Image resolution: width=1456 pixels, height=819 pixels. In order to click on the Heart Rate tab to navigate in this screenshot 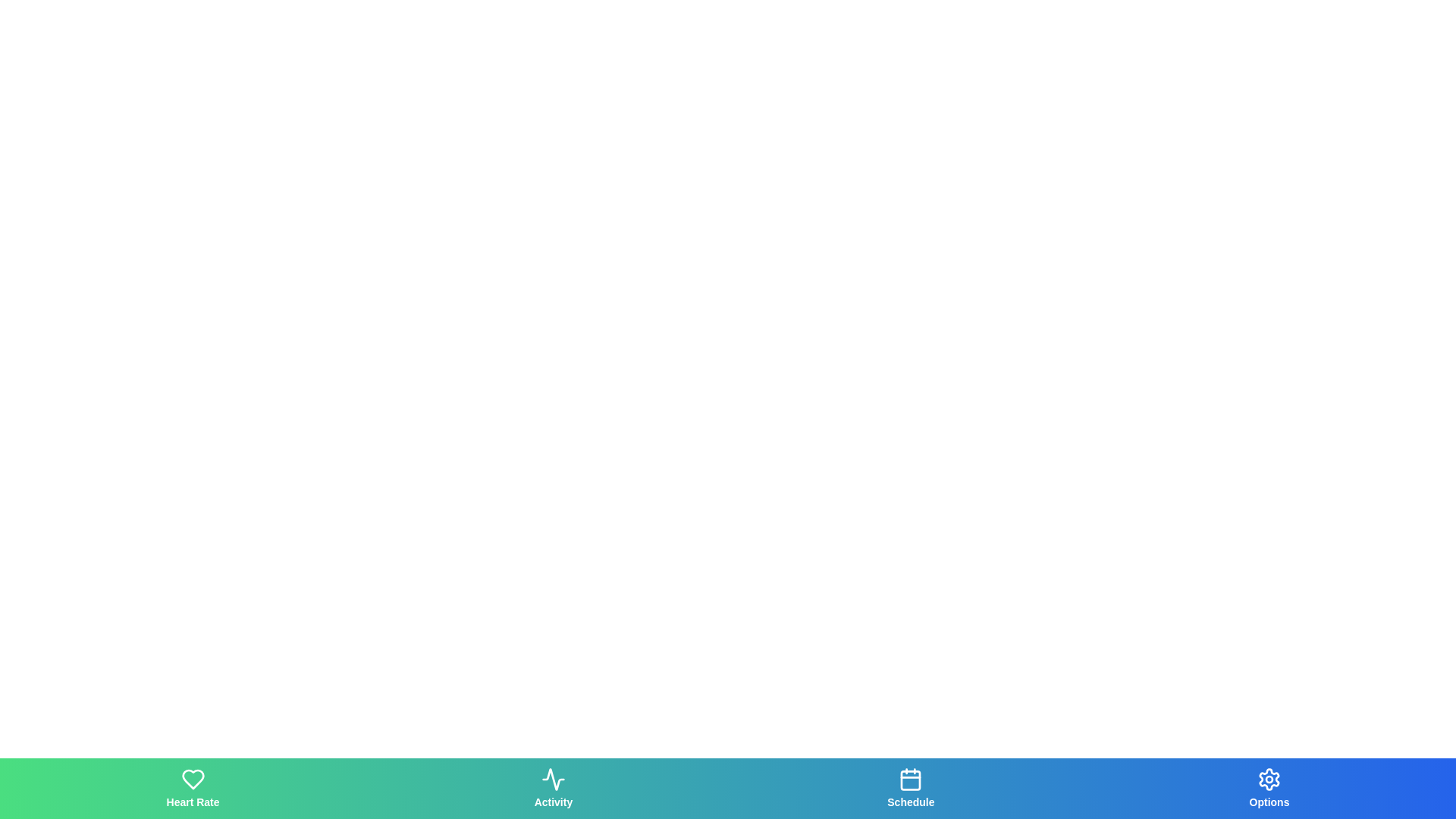, I will do `click(192, 788)`.